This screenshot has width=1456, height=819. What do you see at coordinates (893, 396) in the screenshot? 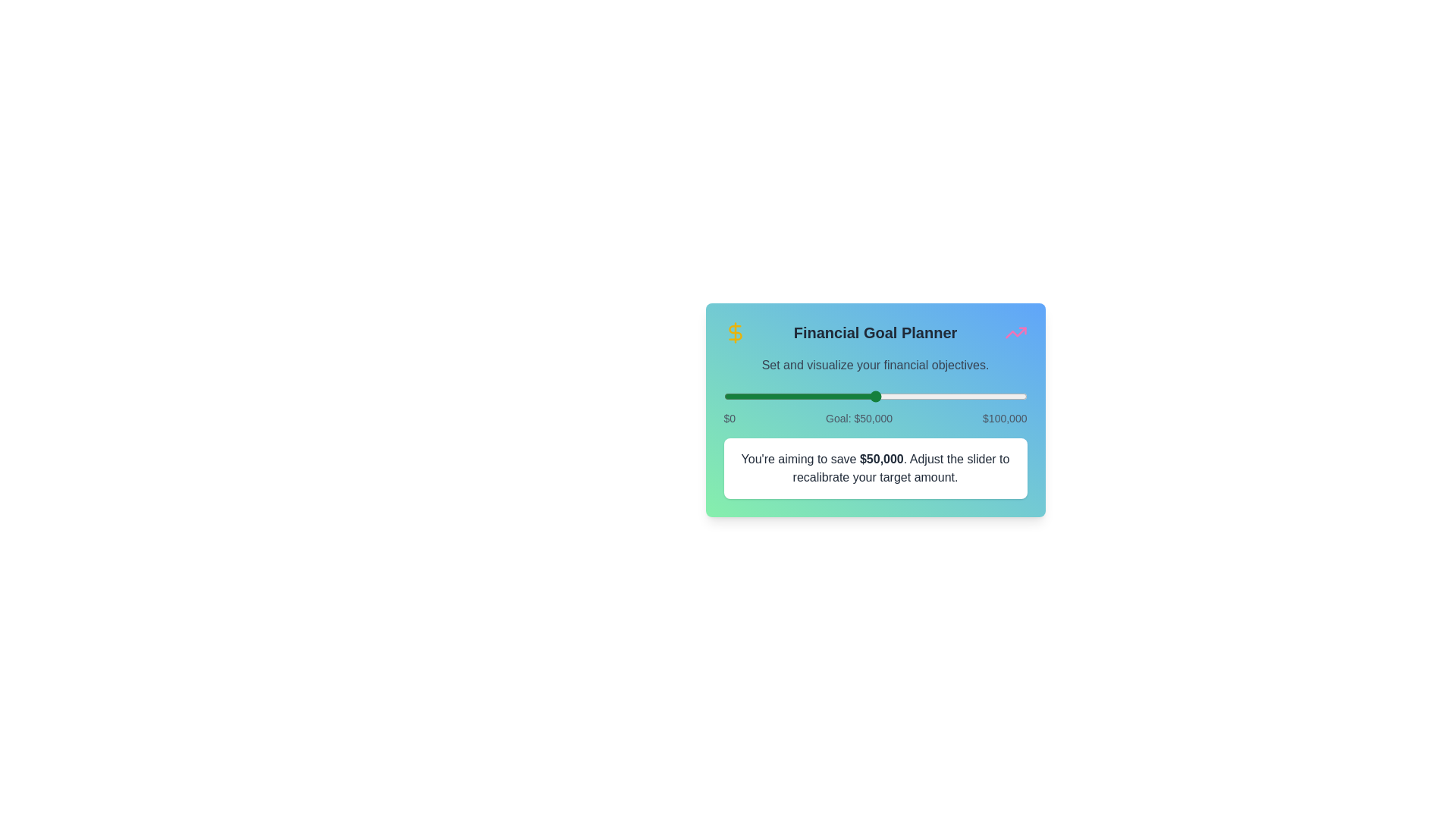
I see `the slider to set the financial goal to 55967 dollars` at bounding box center [893, 396].